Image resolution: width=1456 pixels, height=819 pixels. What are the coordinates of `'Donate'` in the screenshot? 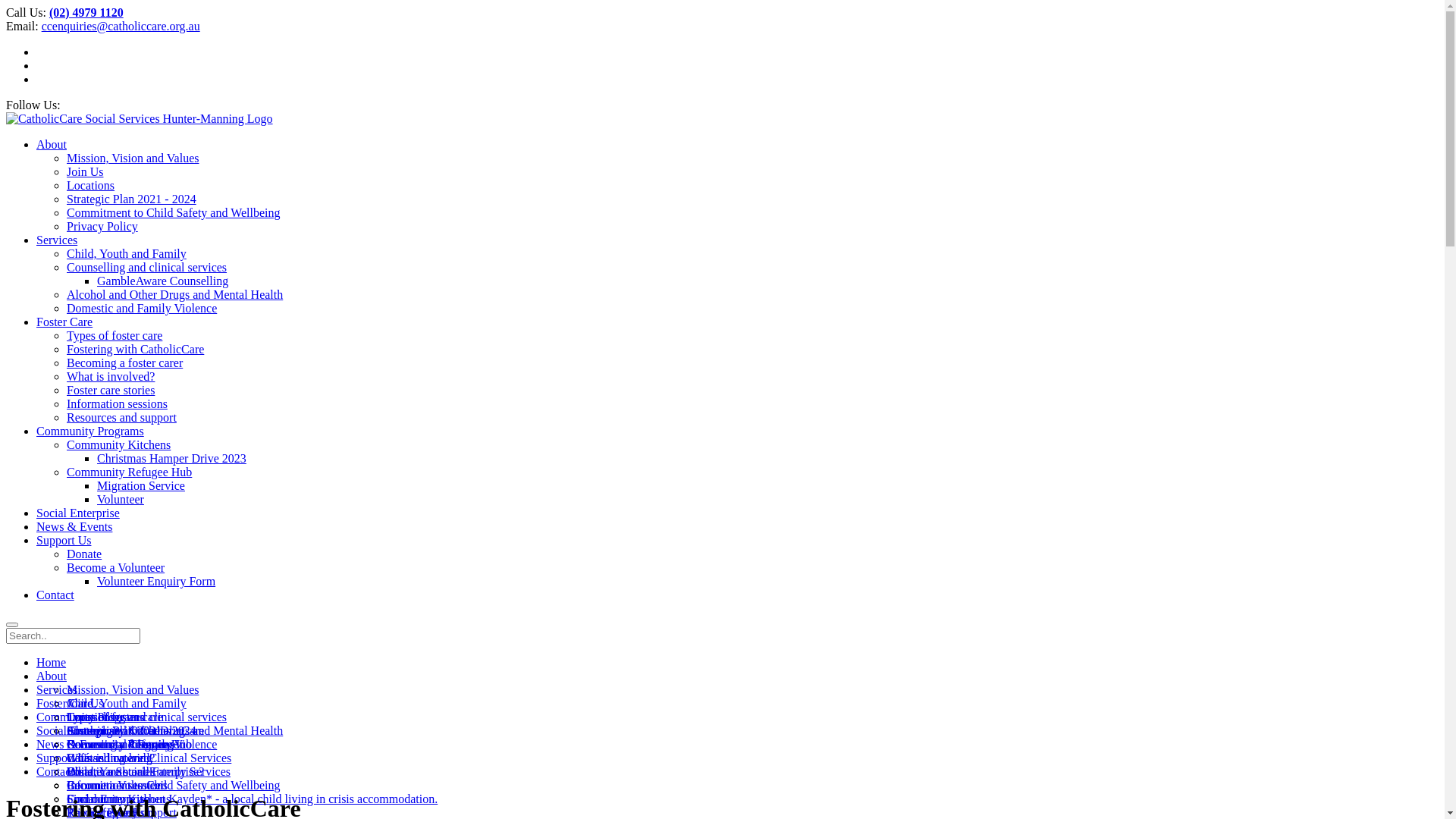 It's located at (83, 554).